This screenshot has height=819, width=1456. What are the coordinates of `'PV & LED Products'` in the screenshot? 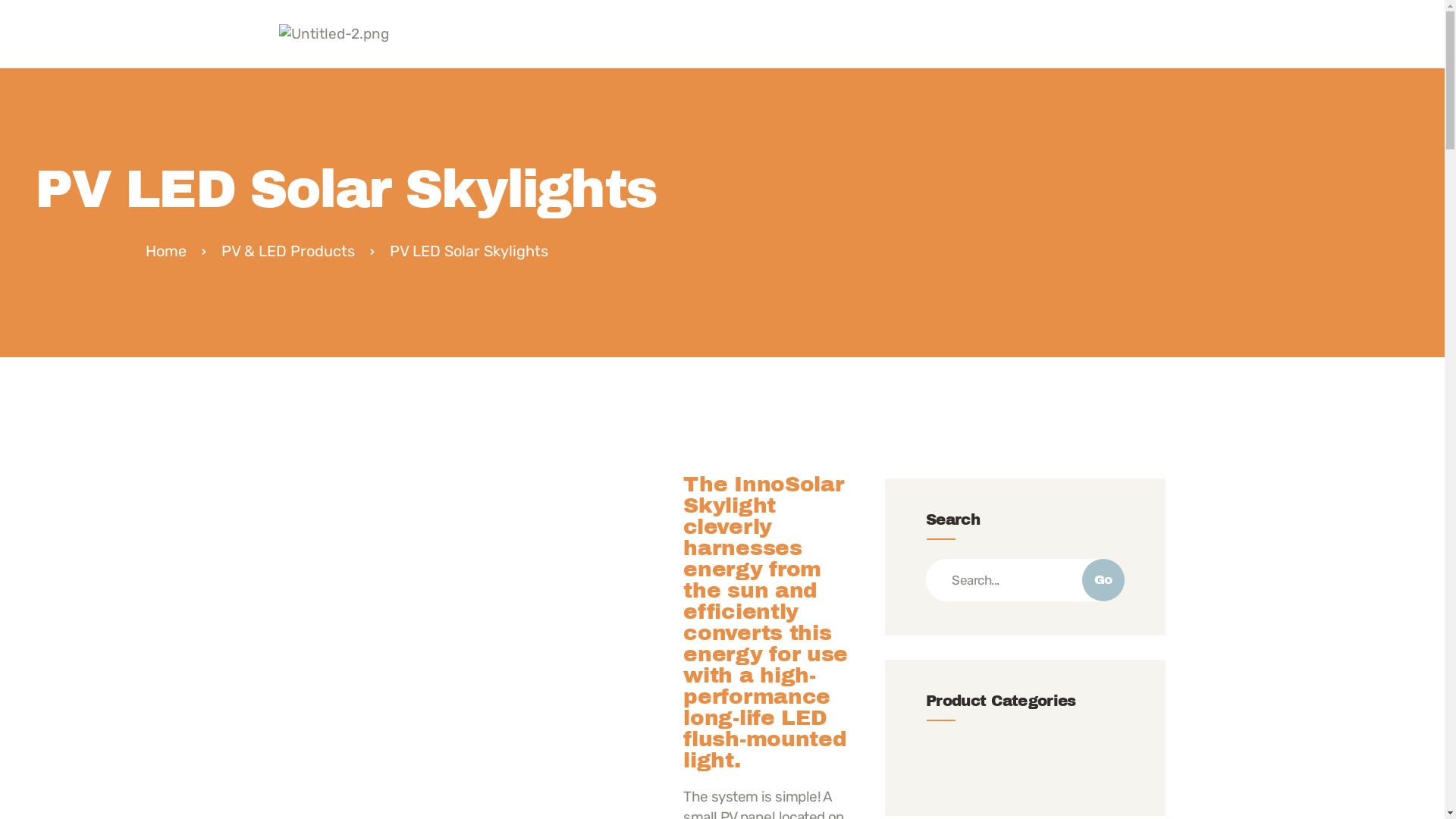 It's located at (221, 250).